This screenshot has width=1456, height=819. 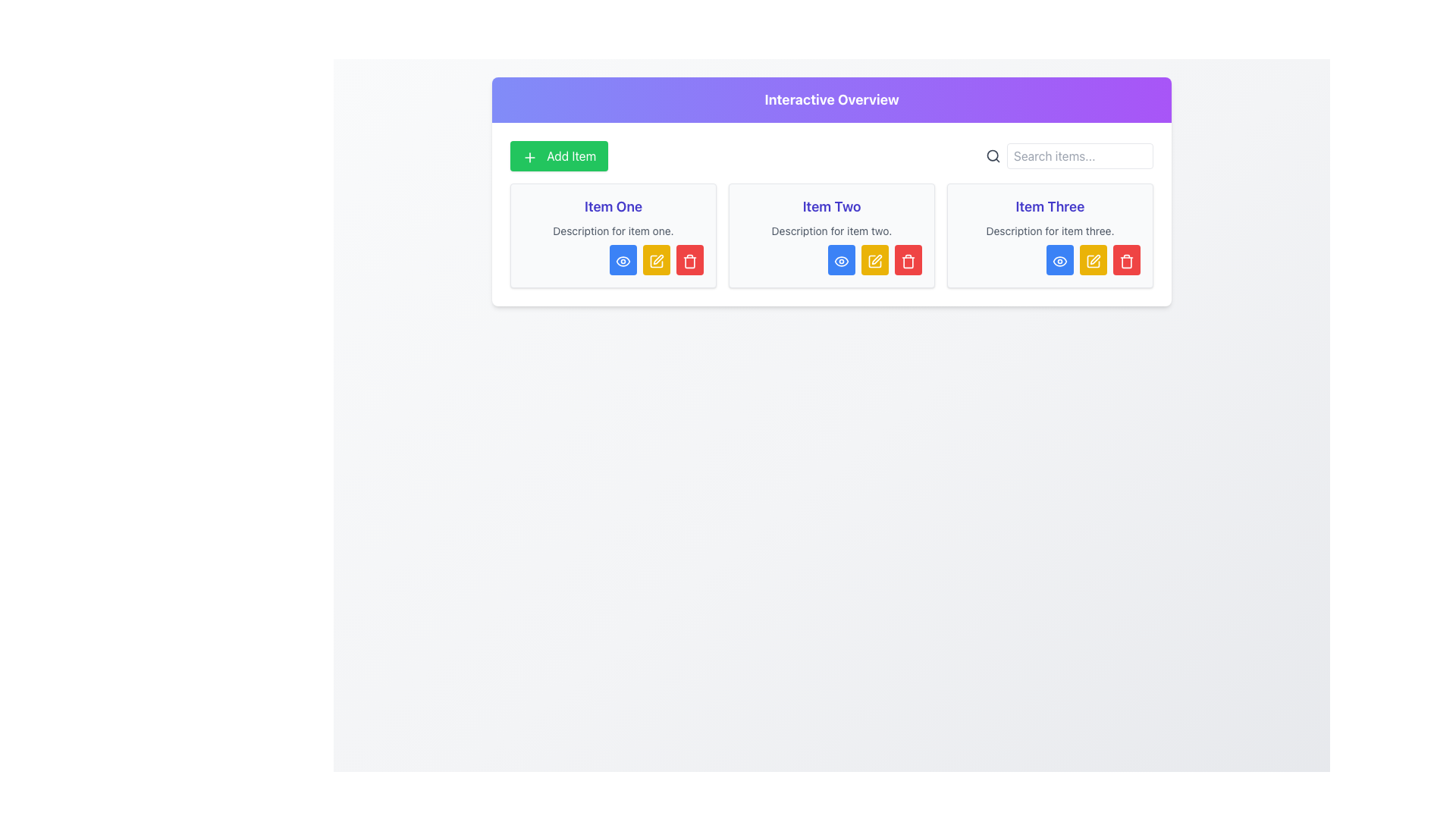 What do you see at coordinates (1079, 155) in the screenshot?
I see `the text input field located` at bounding box center [1079, 155].